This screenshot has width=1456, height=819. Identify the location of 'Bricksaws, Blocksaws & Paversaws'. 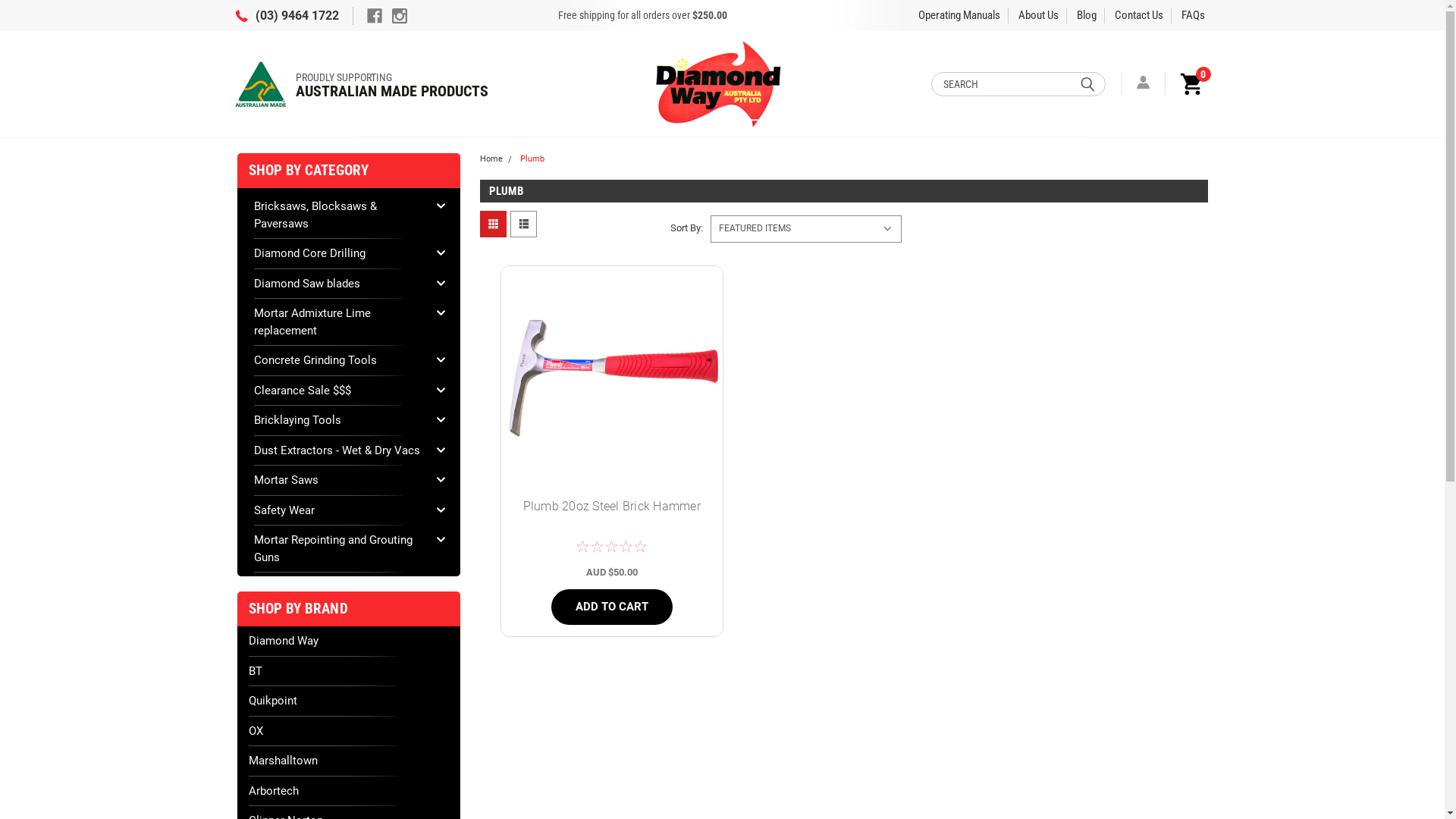
(338, 215).